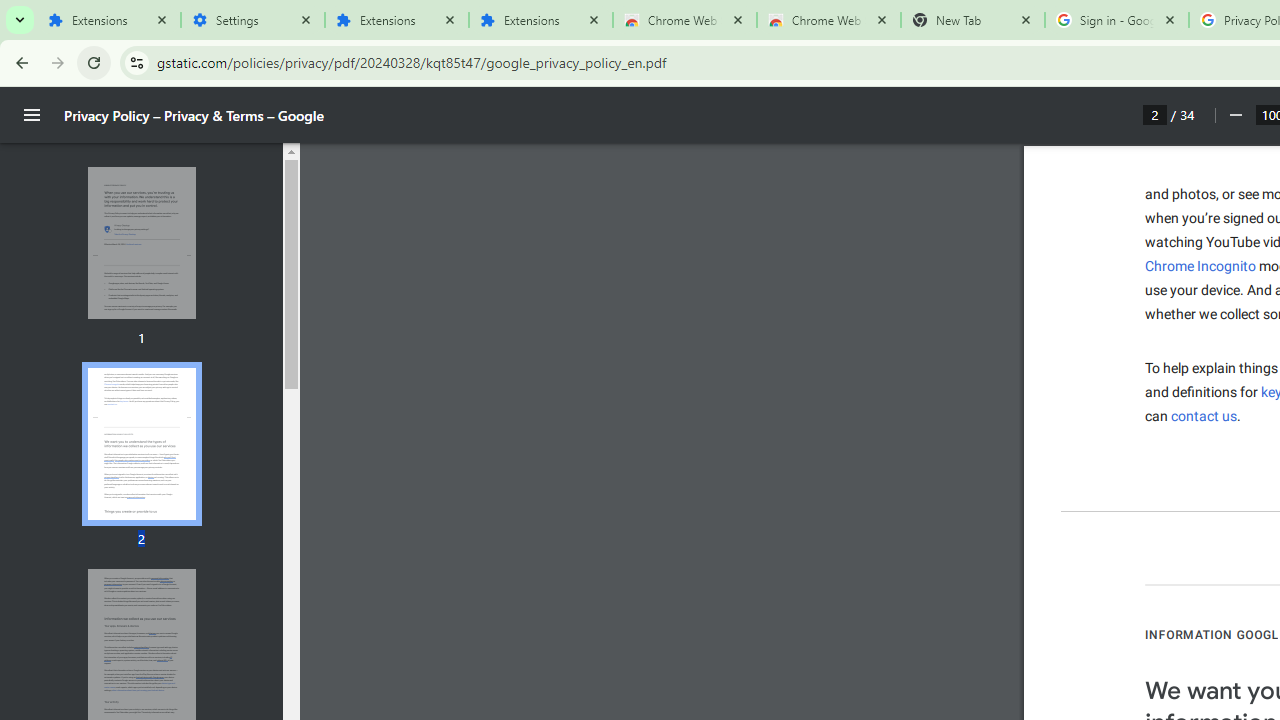 The width and height of the screenshot is (1280, 720). Describe the element at coordinates (1203, 415) in the screenshot. I see `'contact us'` at that location.